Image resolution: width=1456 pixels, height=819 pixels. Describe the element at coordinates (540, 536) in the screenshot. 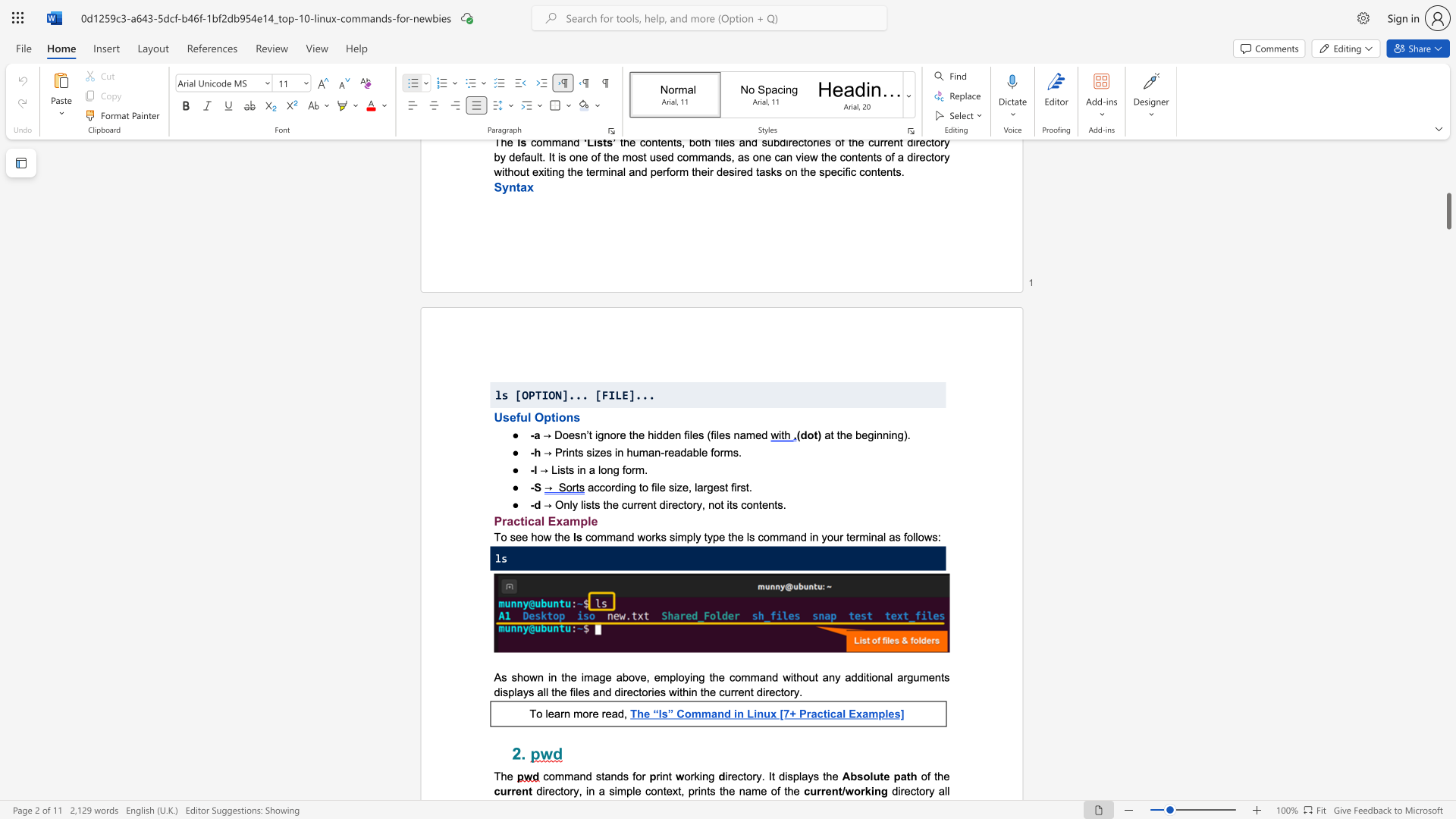

I see `the 2th character "o" in the text` at that location.